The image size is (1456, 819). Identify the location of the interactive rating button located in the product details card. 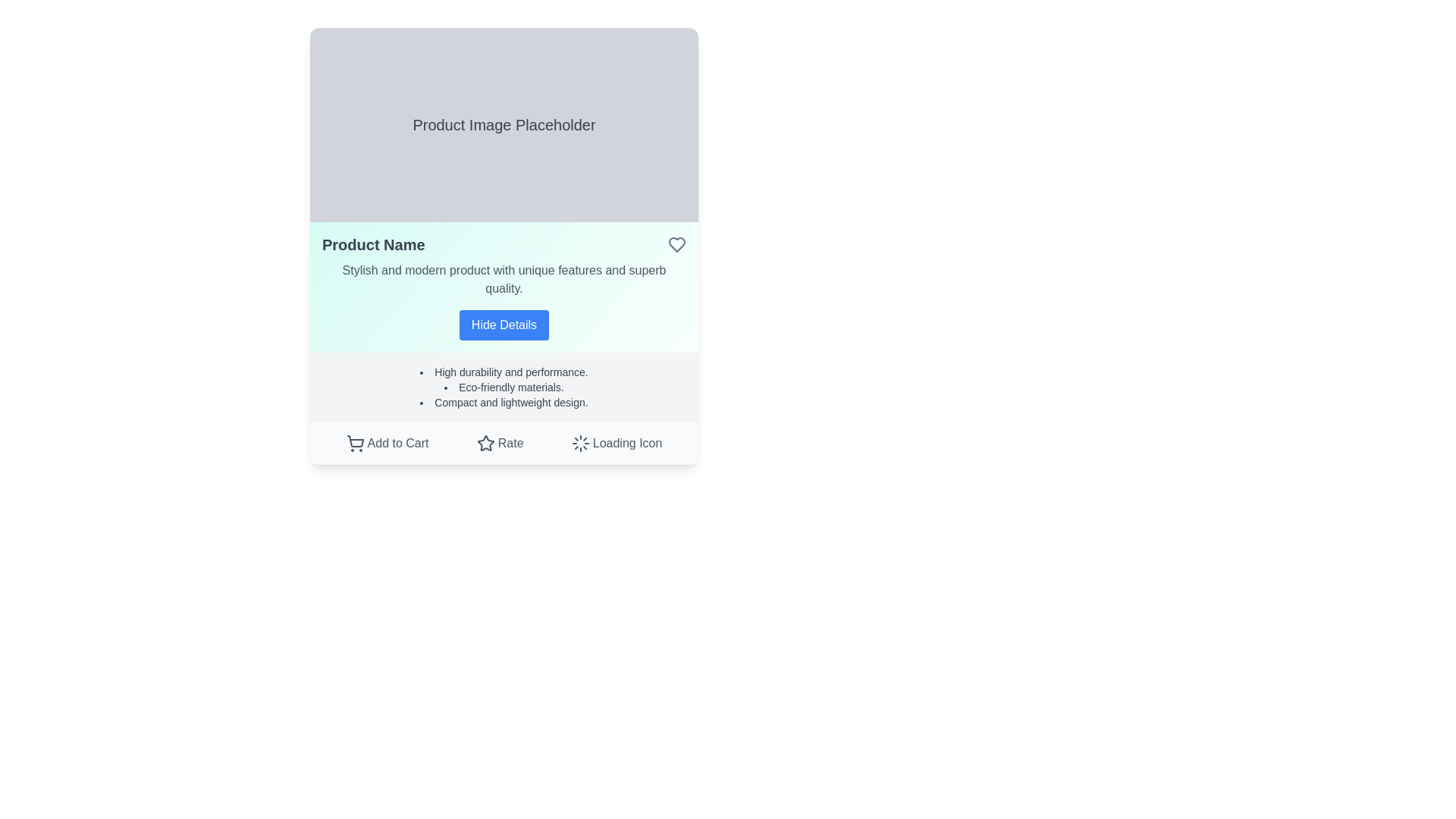
(500, 444).